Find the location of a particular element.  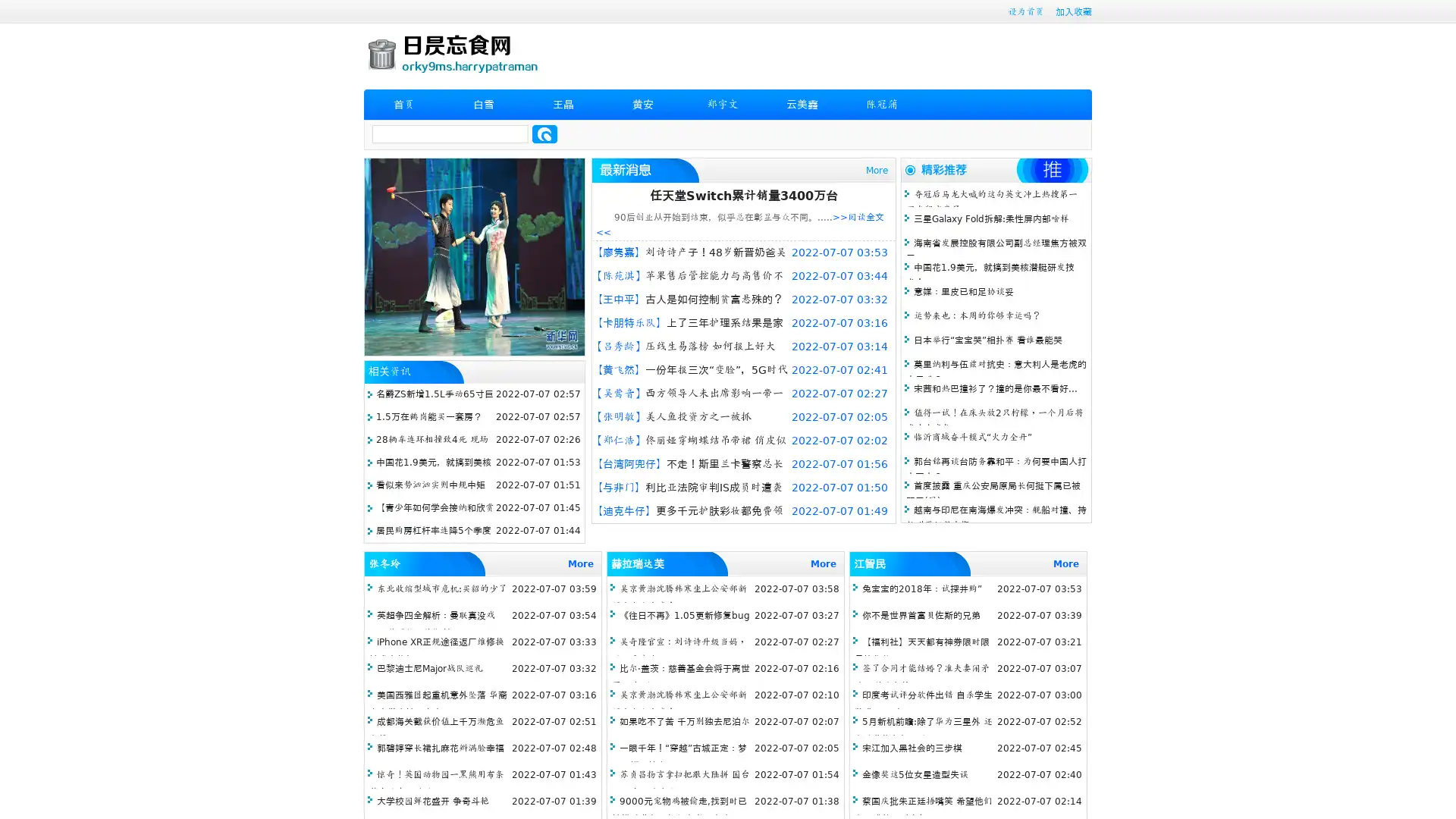

Search is located at coordinates (544, 133).